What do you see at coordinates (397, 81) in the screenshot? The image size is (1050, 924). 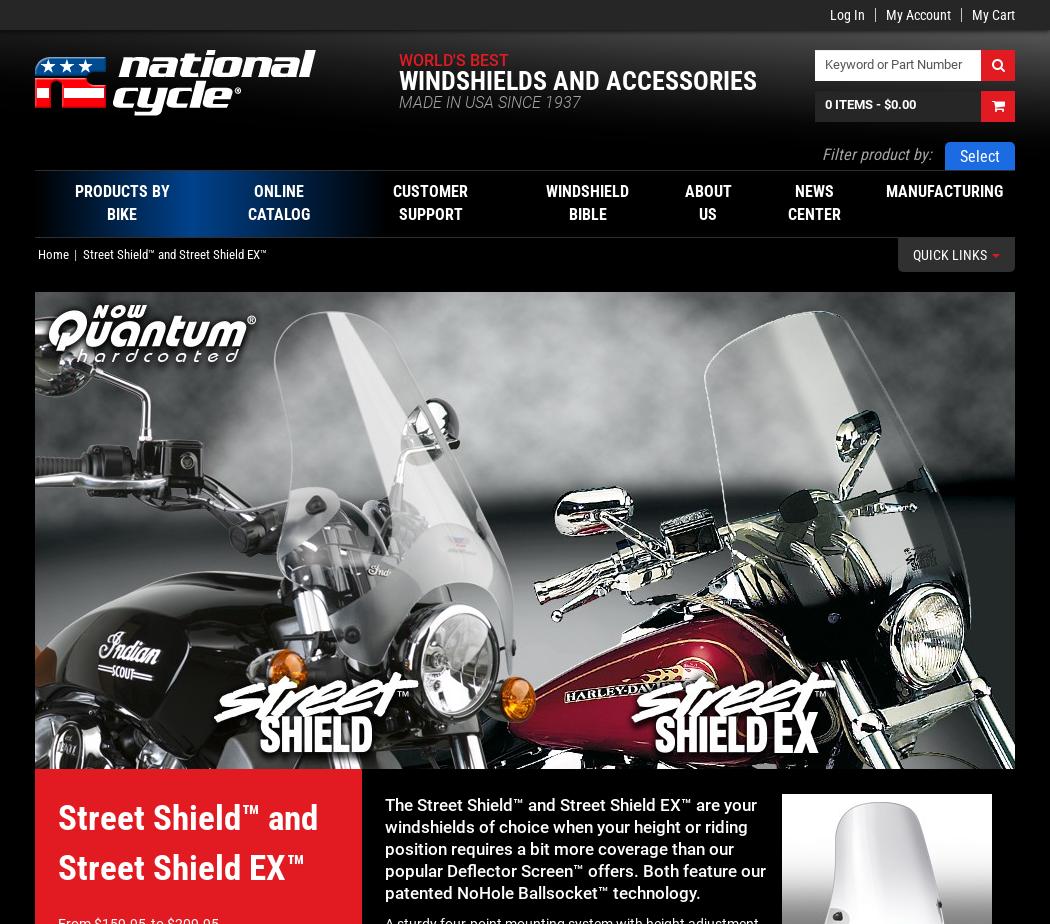 I see `'Windshields and Accessories'` at bounding box center [397, 81].